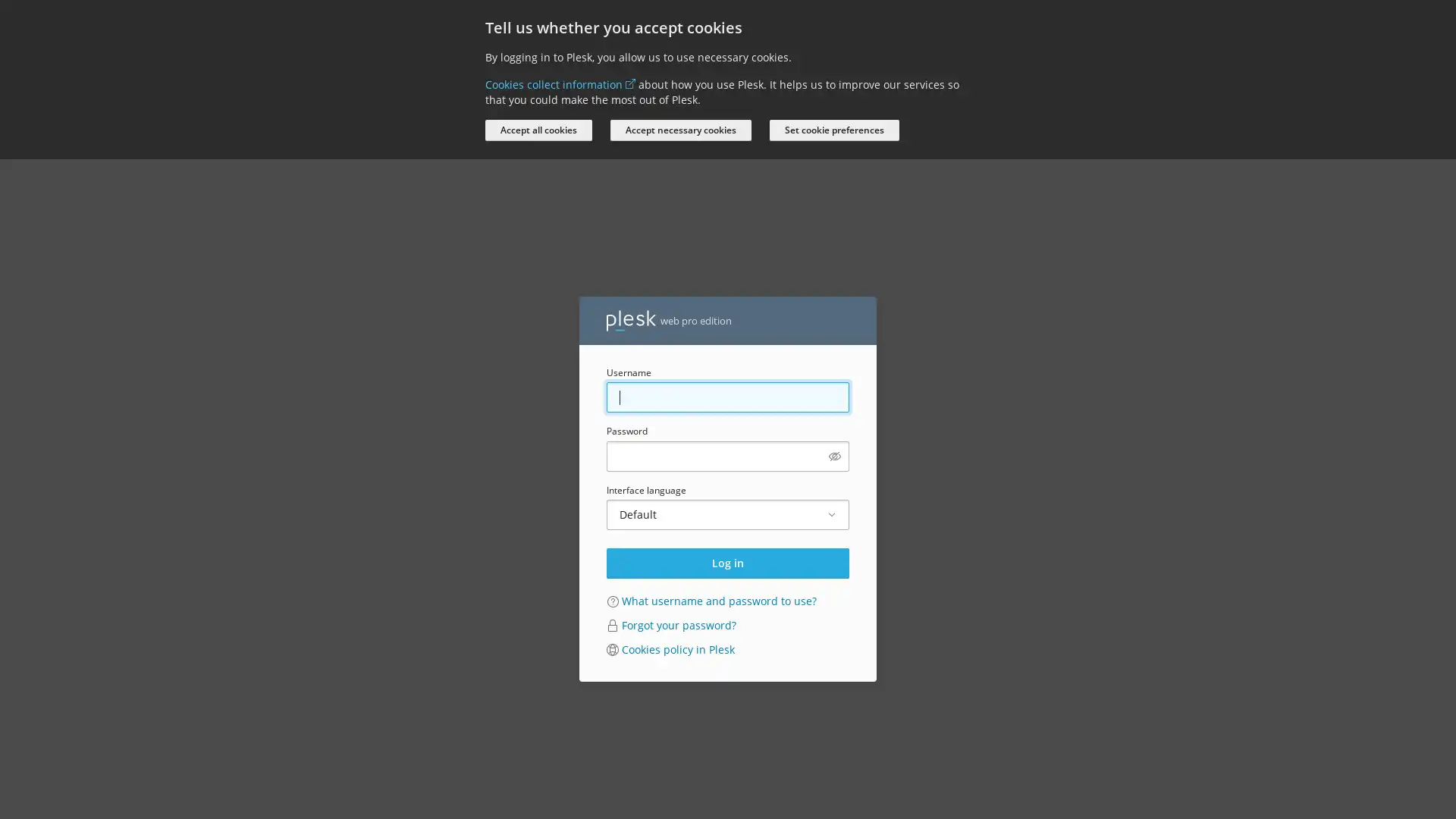  Describe the element at coordinates (538, 130) in the screenshot. I see `Accept all cookies` at that location.